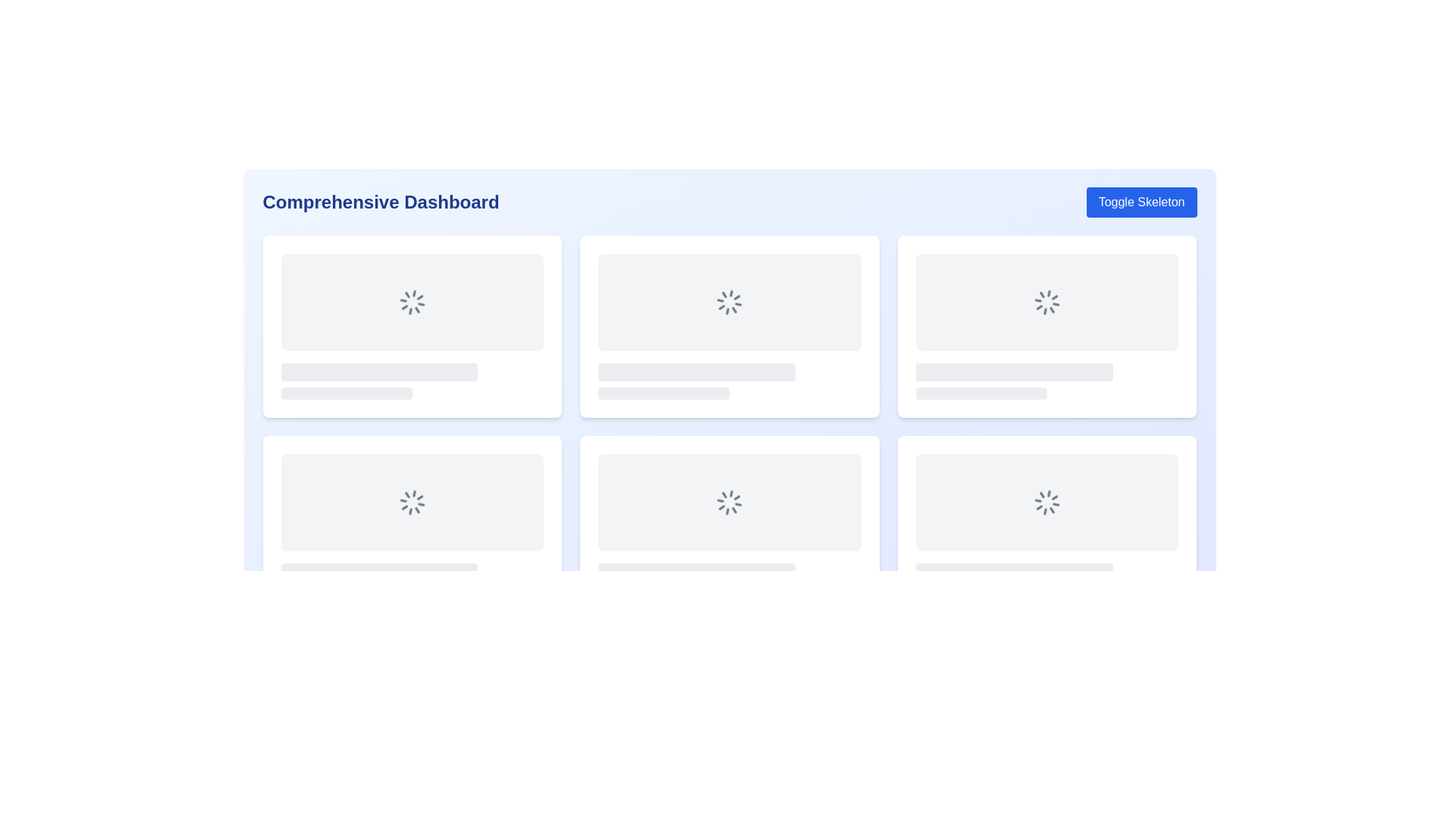  What do you see at coordinates (412, 503) in the screenshot?
I see `the Loader icon located in the first column of the second row within a grid layout, indicating that a content loading or processing operation is in progress` at bounding box center [412, 503].